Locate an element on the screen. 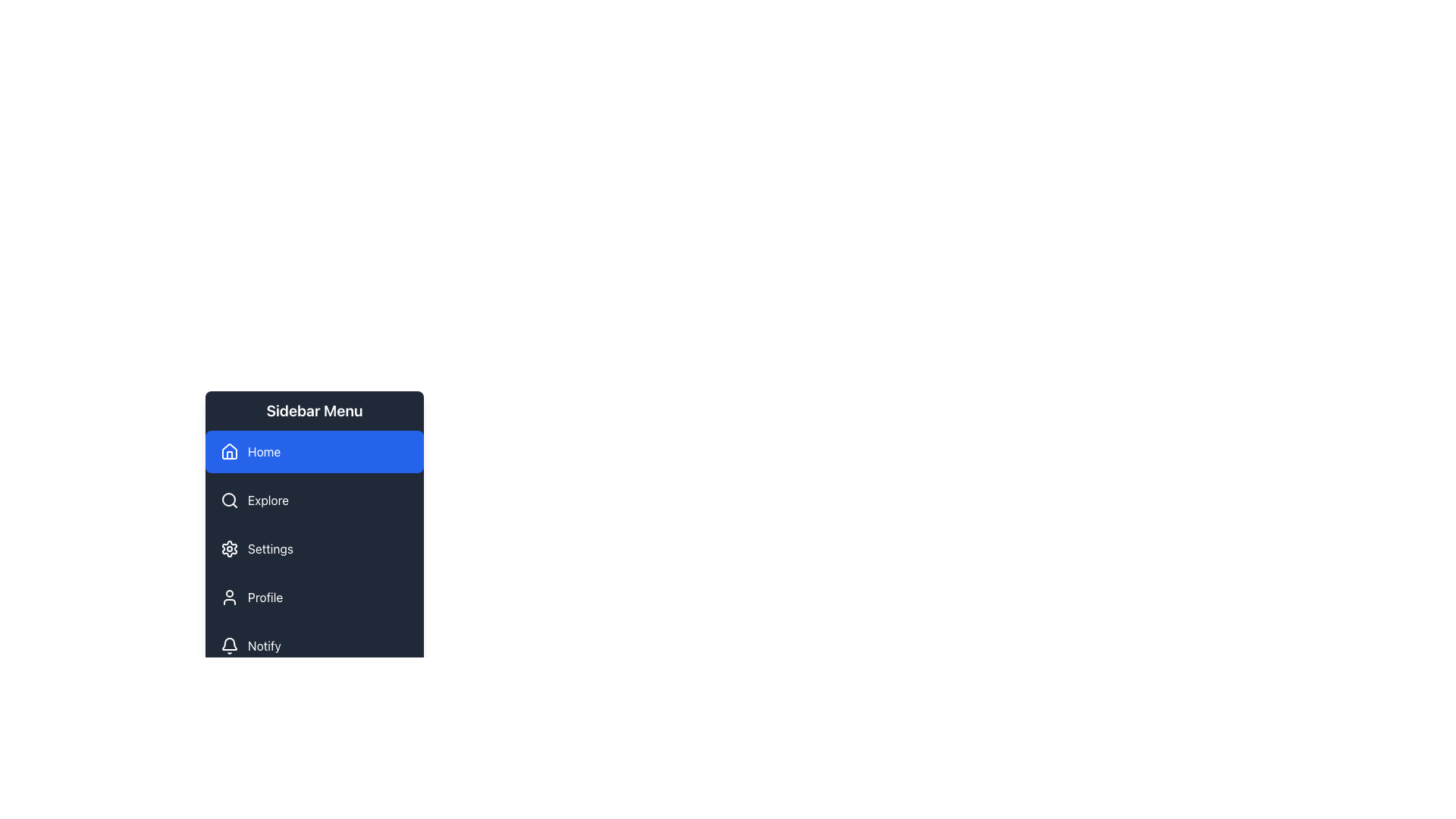 Image resolution: width=1456 pixels, height=819 pixels. the settings icon, which is a gear shape located next to the 'Settings' text label in the sidebar menu is located at coordinates (228, 549).